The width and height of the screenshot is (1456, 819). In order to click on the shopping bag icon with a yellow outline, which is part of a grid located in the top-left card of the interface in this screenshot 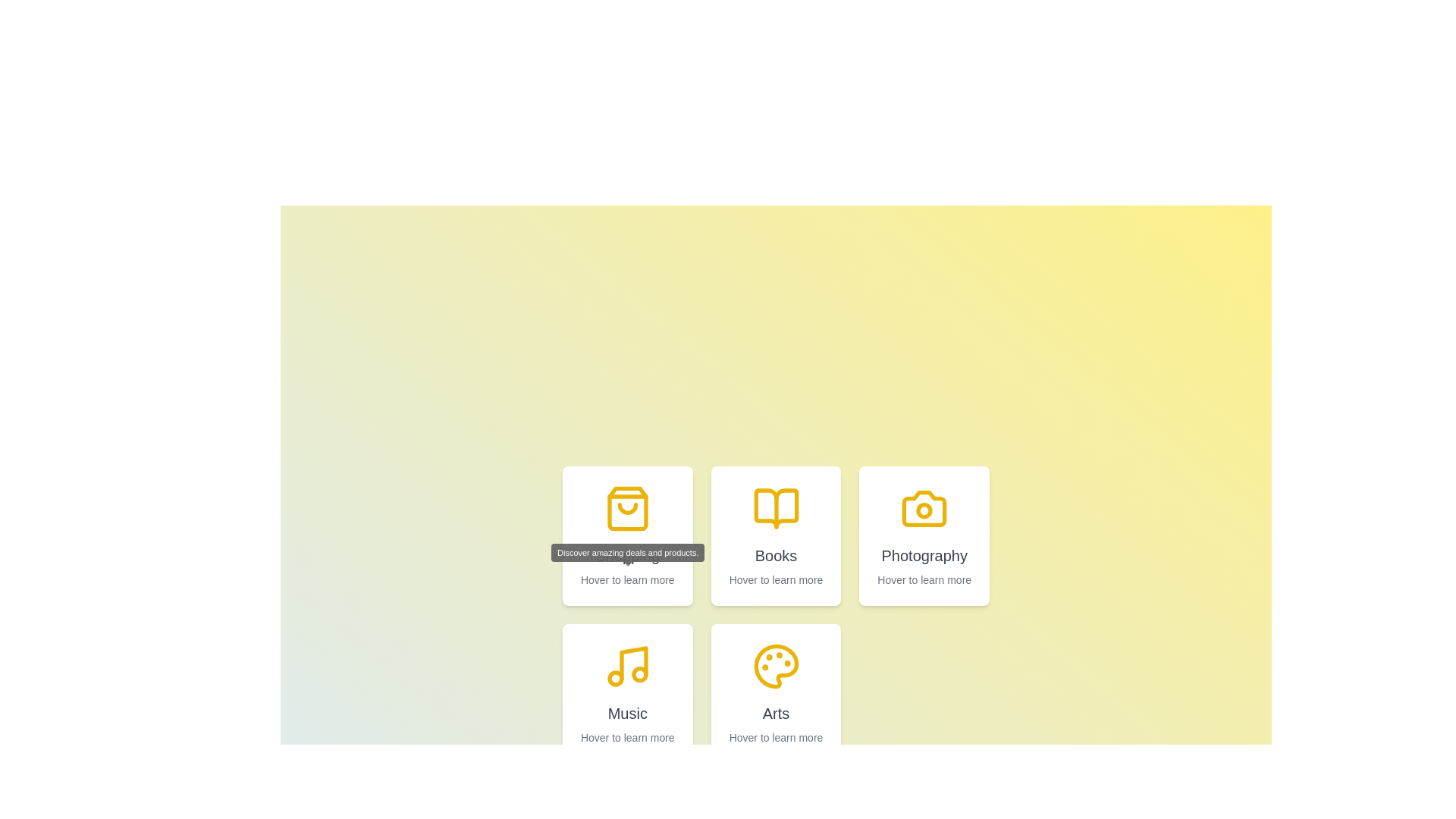, I will do `click(627, 509)`.